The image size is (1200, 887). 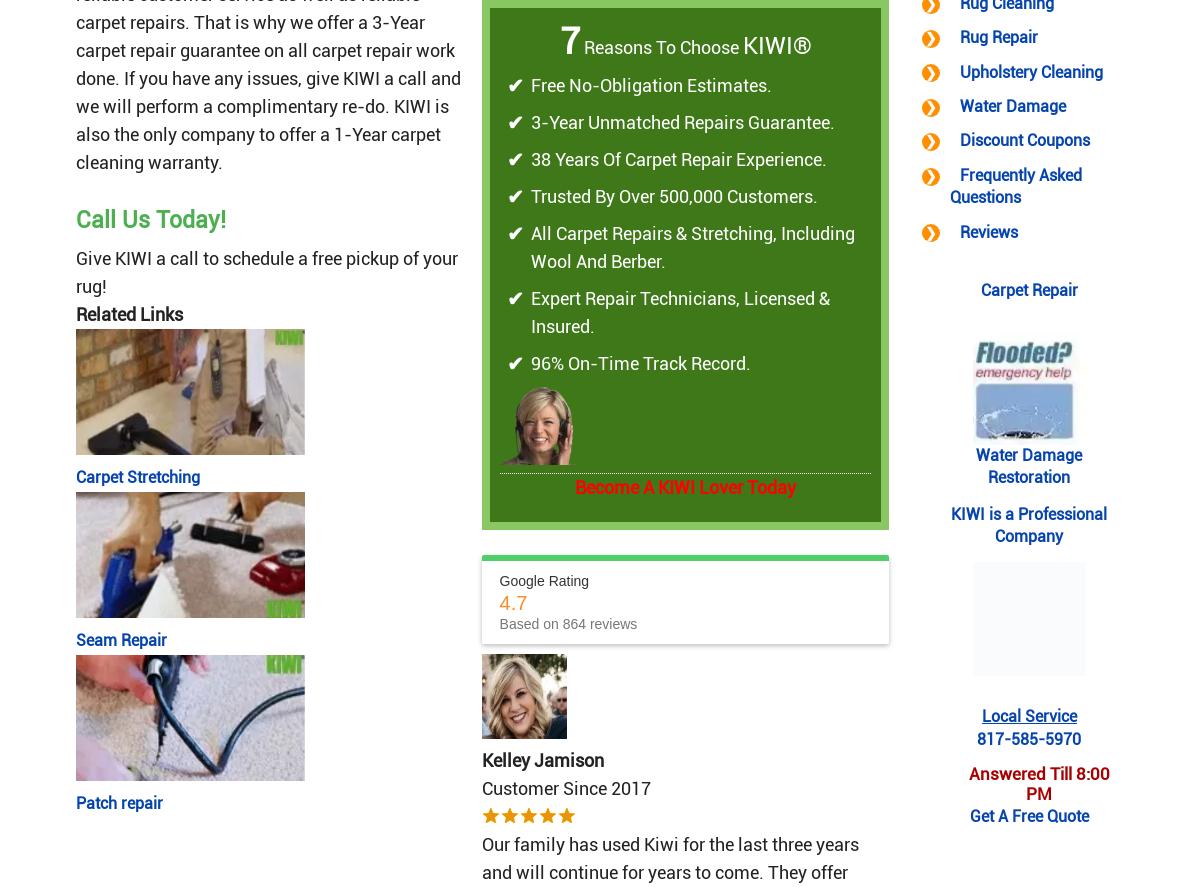 What do you see at coordinates (396, 16) in the screenshot?
I see `'Water Damage FAQ'` at bounding box center [396, 16].